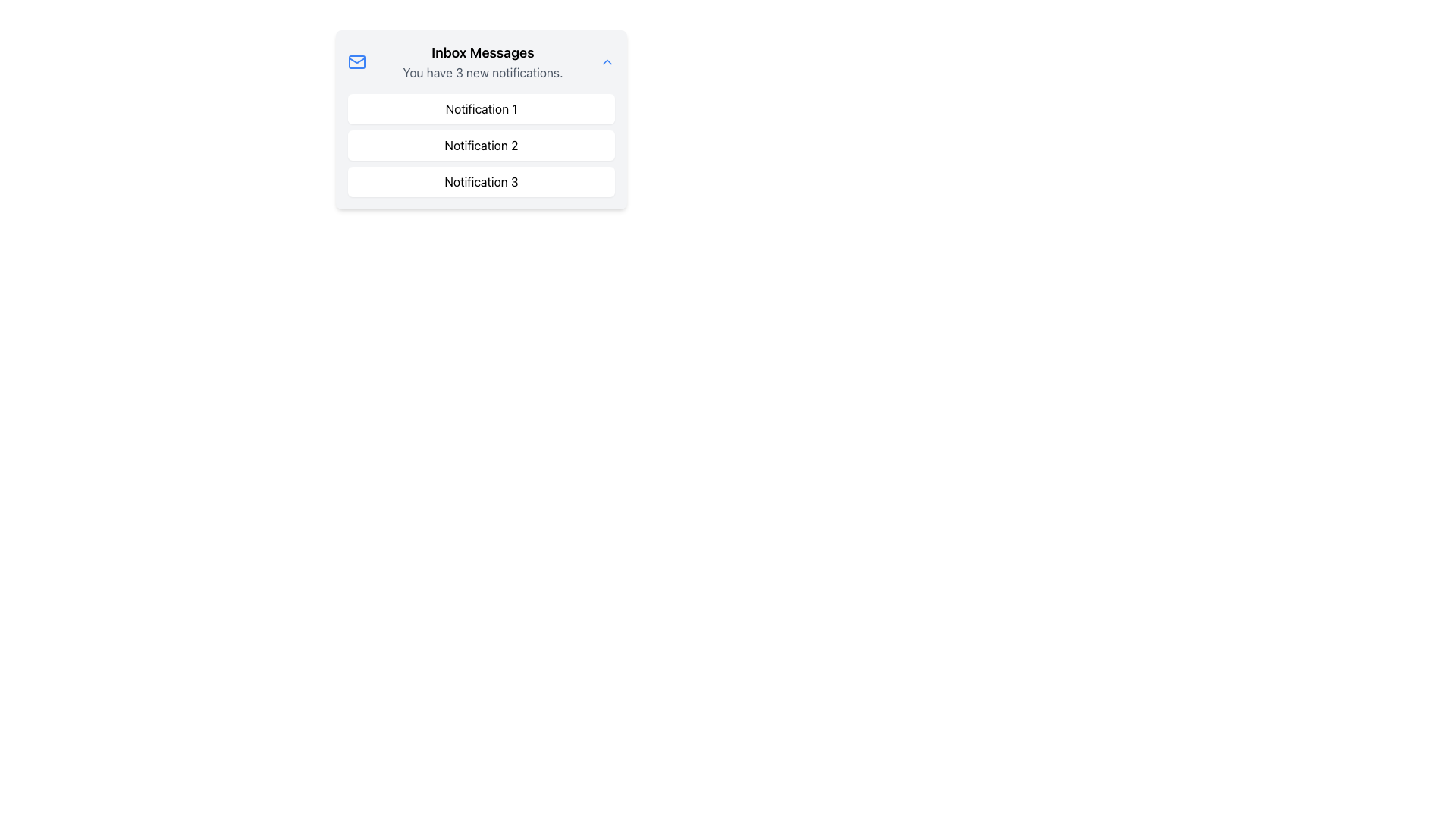 The image size is (1456, 819). Describe the element at coordinates (356, 61) in the screenshot. I see `the inner rectangular SVG element within the envelope icon of the 'Inbox Messages' notification section` at that location.